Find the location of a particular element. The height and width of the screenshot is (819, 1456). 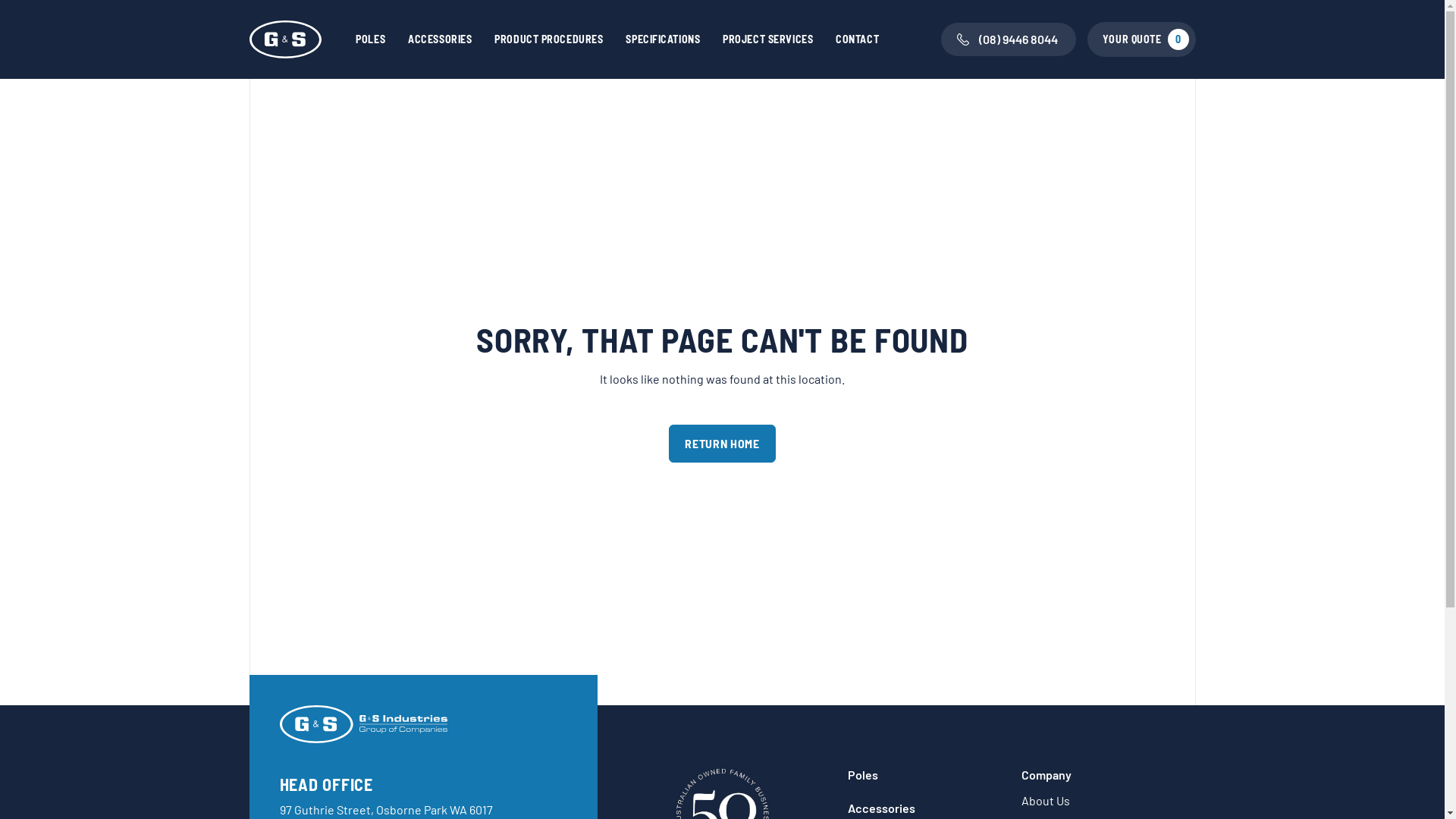

'PROJECT SERVICES' is located at coordinates (767, 38).